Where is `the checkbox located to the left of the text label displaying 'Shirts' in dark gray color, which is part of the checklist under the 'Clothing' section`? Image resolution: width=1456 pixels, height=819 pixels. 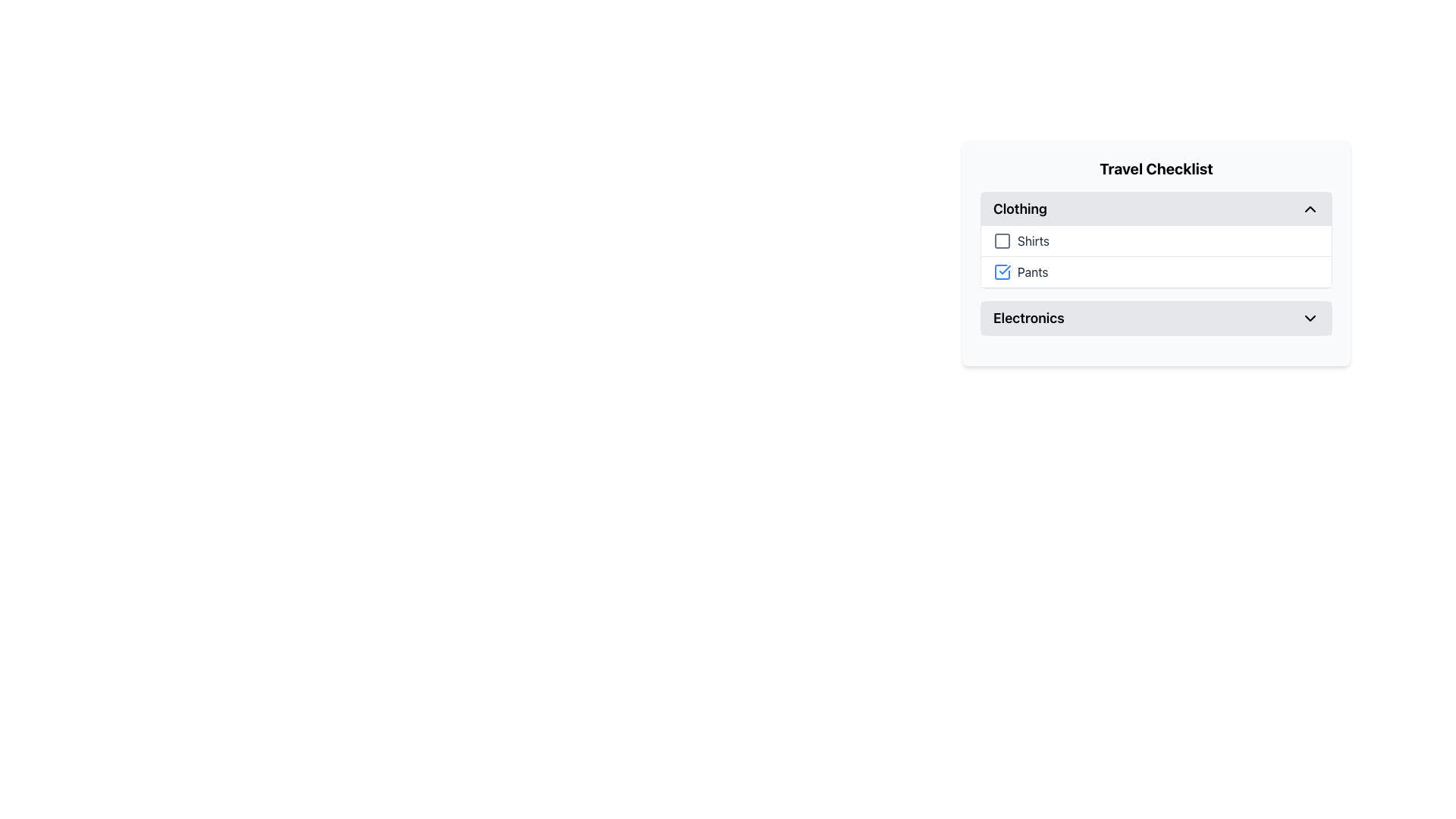
the checkbox located to the left of the text label displaying 'Shirts' in dark gray color, which is part of the checklist under the 'Clothing' section is located at coordinates (1005, 240).